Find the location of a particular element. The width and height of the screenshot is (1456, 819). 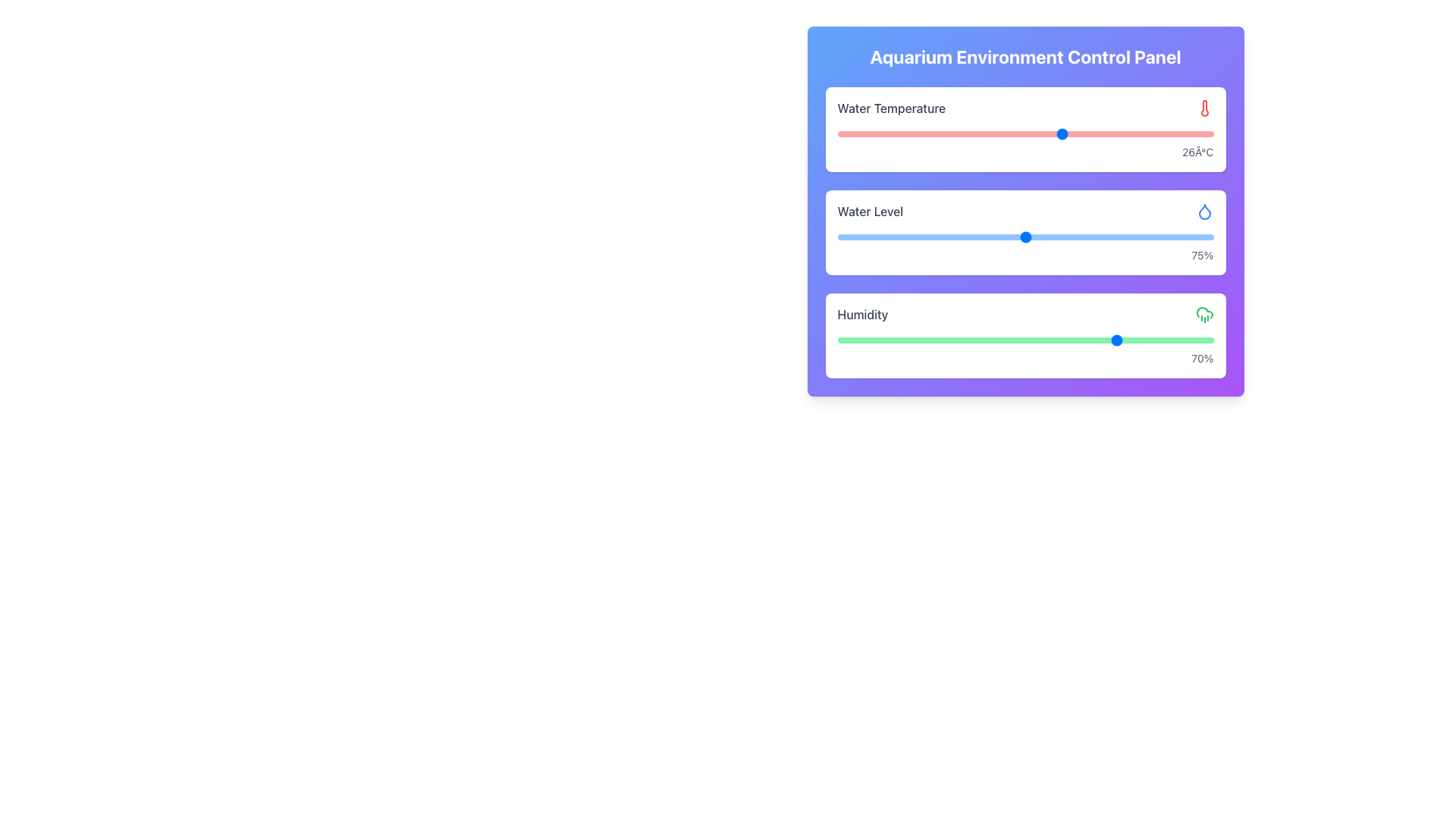

the slider on the interactive card displaying the water level (currently at 75%) is located at coordinates (1025, 211).